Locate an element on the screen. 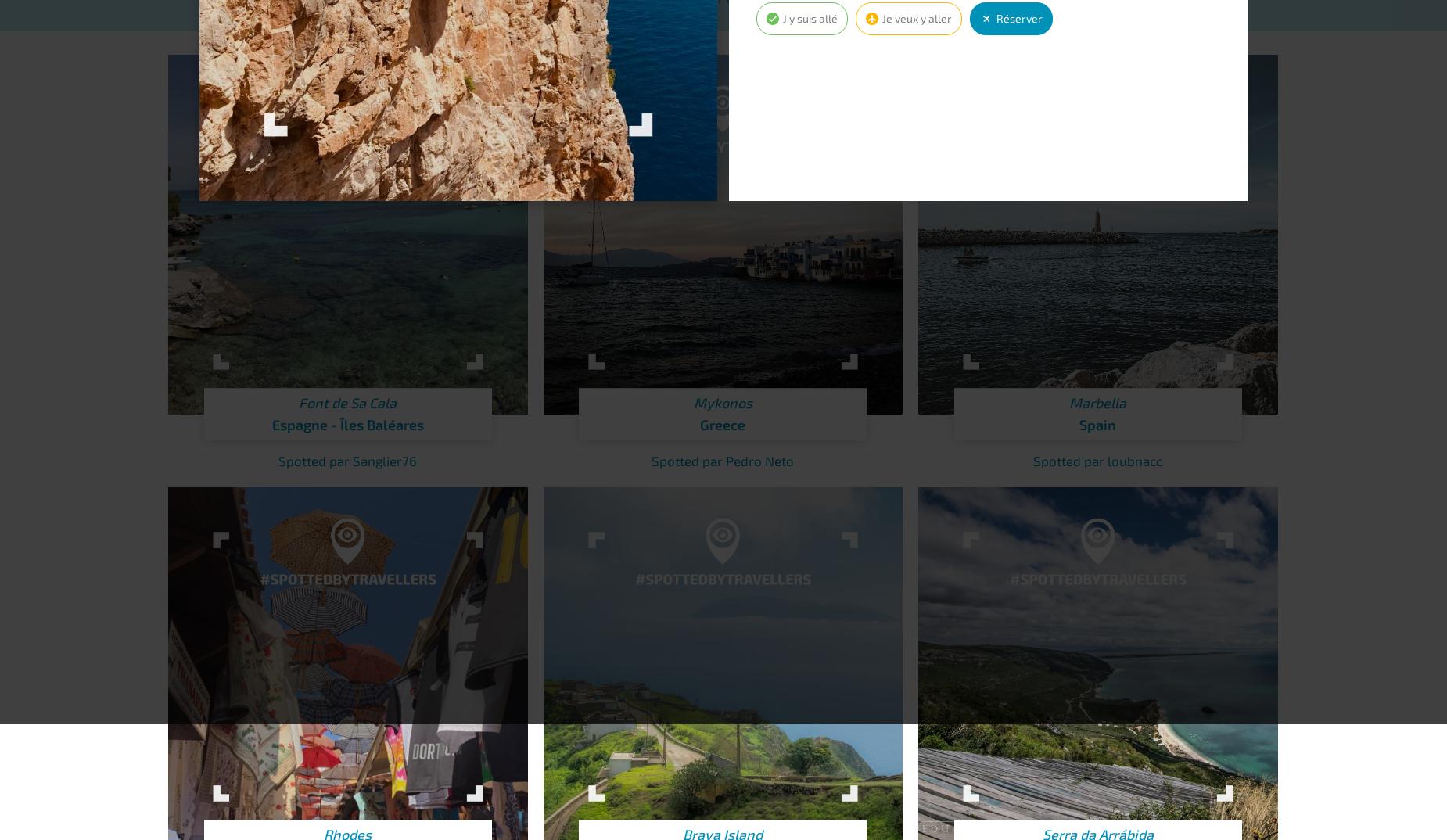 Image resolution: width=1447 pixels, height=840 pixels. 'Spain' is located at coordinates (1097, 424).